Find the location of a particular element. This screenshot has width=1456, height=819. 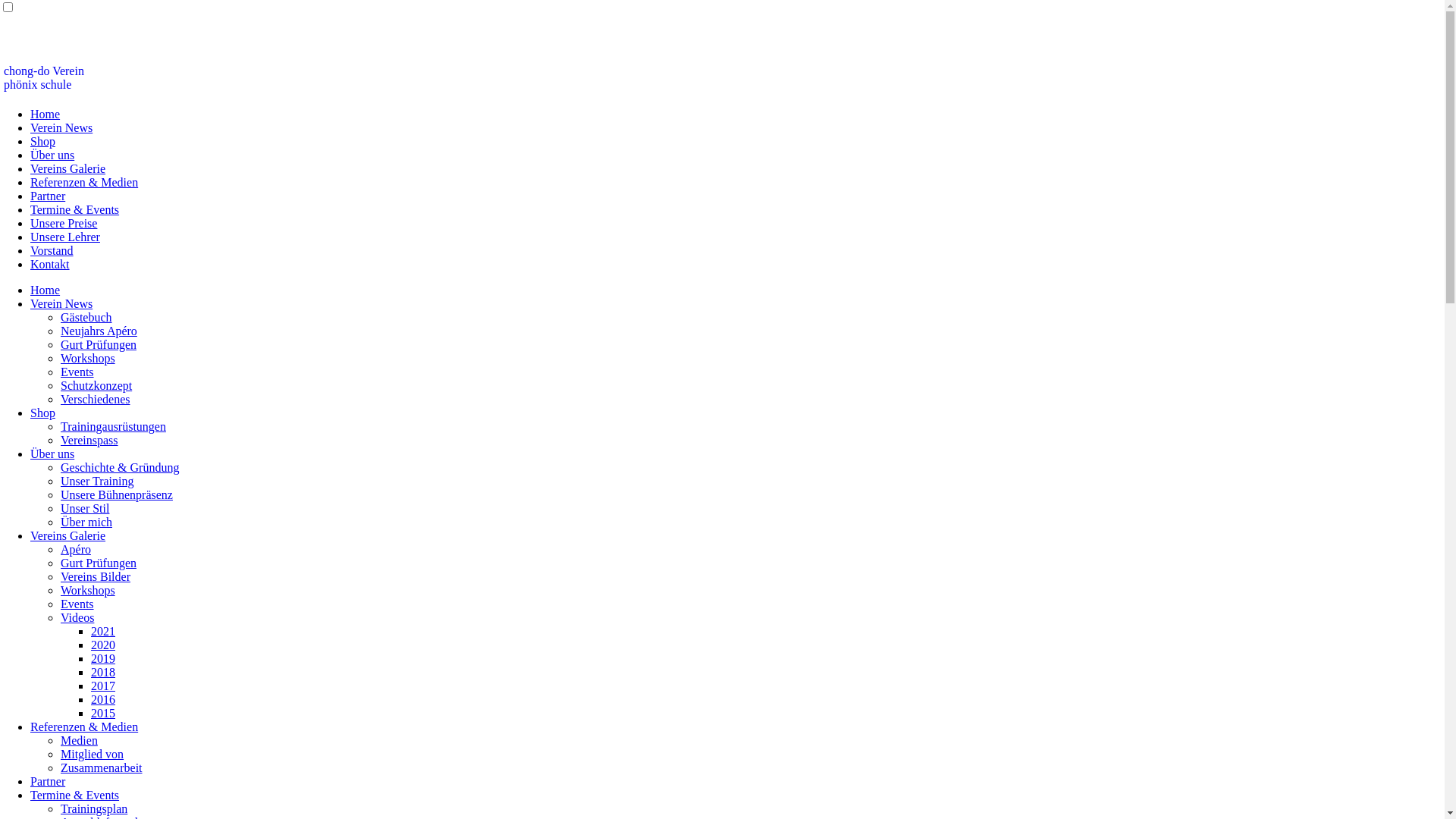

'Verschiedenes' is located at coordinates (94, 398).